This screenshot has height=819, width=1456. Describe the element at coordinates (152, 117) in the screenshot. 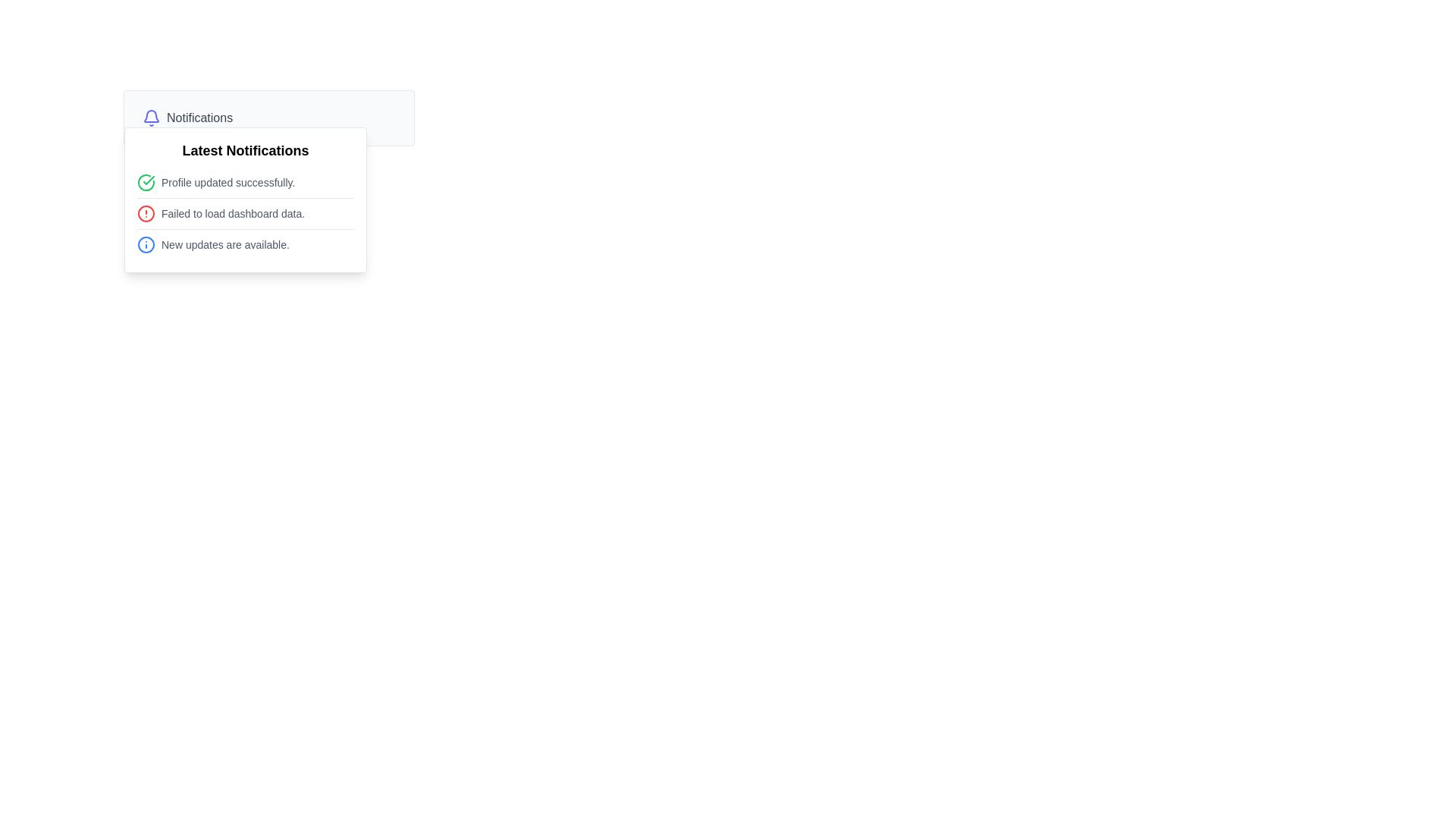

I see `the blue bell icon, which is part of the notifications section` at that location.